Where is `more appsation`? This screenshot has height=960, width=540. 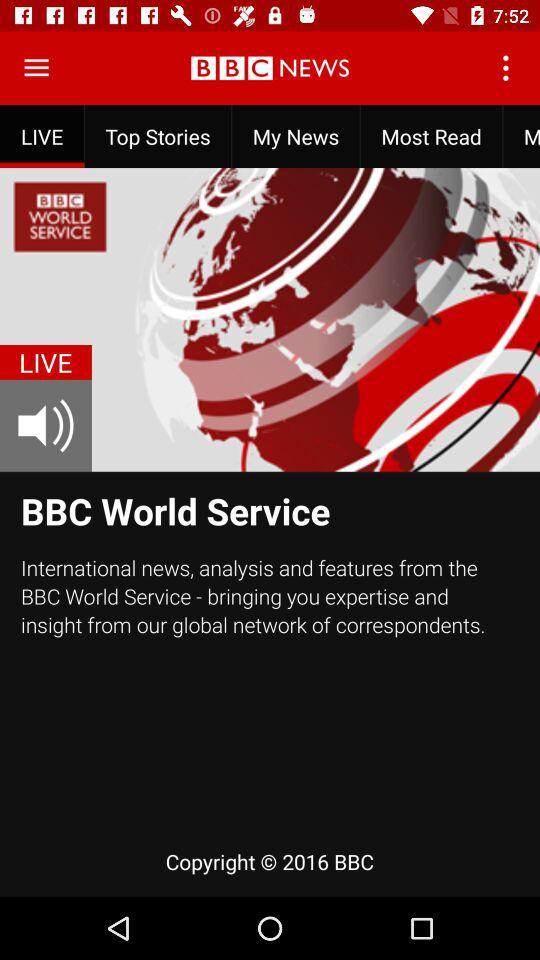
more appsation is located at coordinates (36, 68).